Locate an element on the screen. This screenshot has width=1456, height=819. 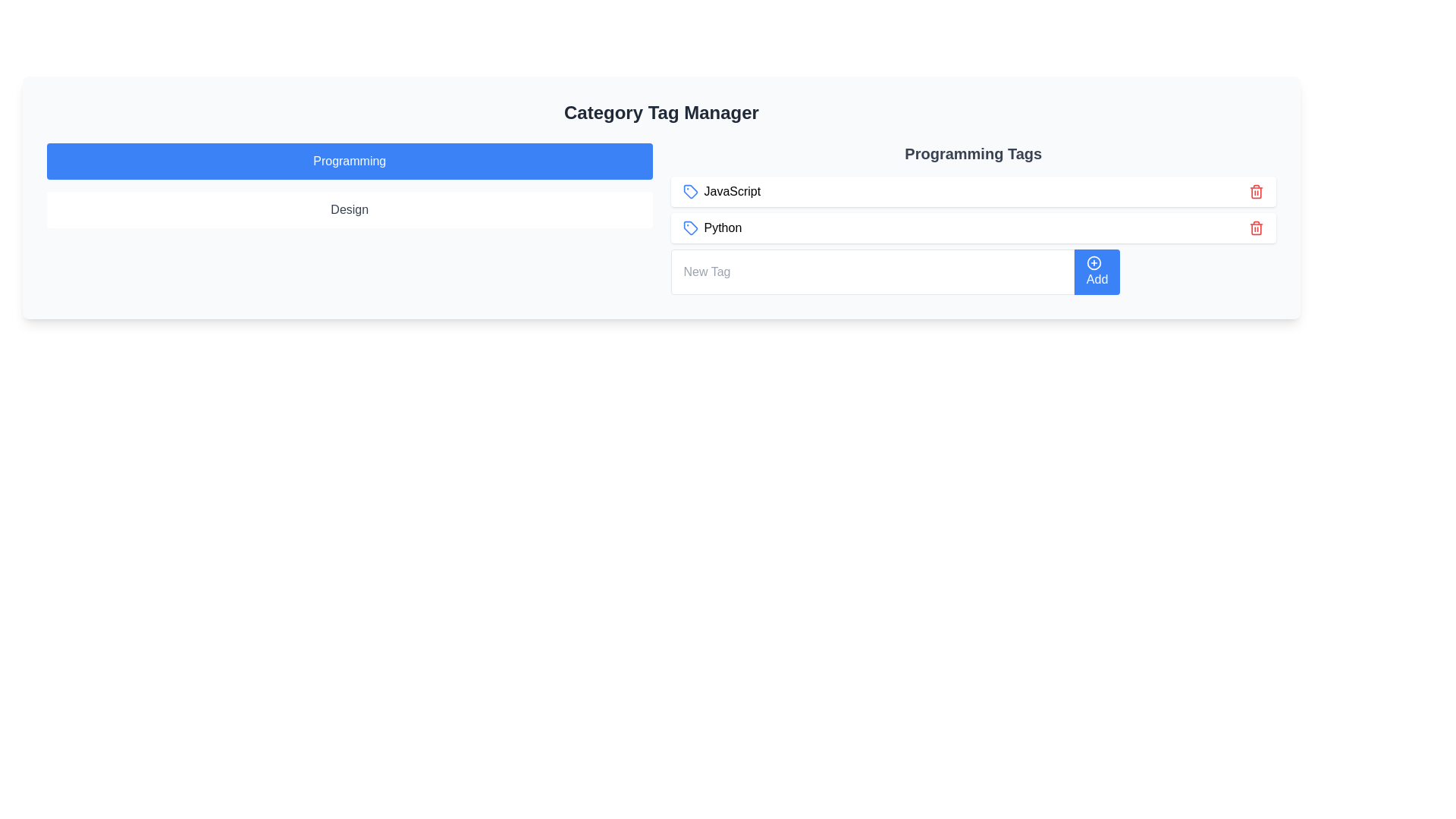
the static text header that indicates the content of the section related to programming tags, which is centrally positioned above the list of programming tags and the input field is located at coordinates (973, 154).